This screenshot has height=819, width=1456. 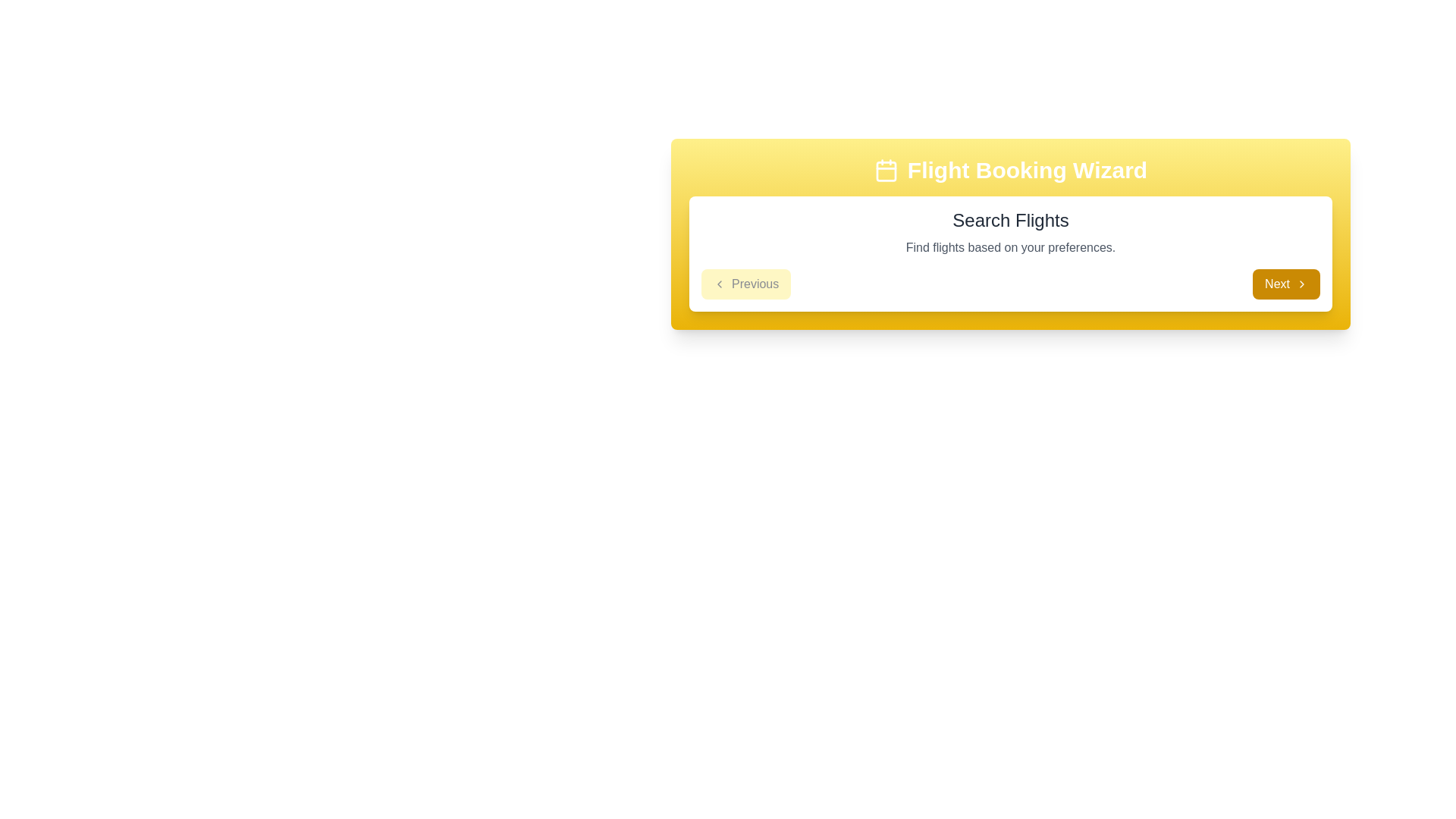 What do you see at coordinates (1301, 284) in the screenshot?
I see `the 'Next' button which contains the right-pointing chevron icon` at bounding box center [1301, 284].